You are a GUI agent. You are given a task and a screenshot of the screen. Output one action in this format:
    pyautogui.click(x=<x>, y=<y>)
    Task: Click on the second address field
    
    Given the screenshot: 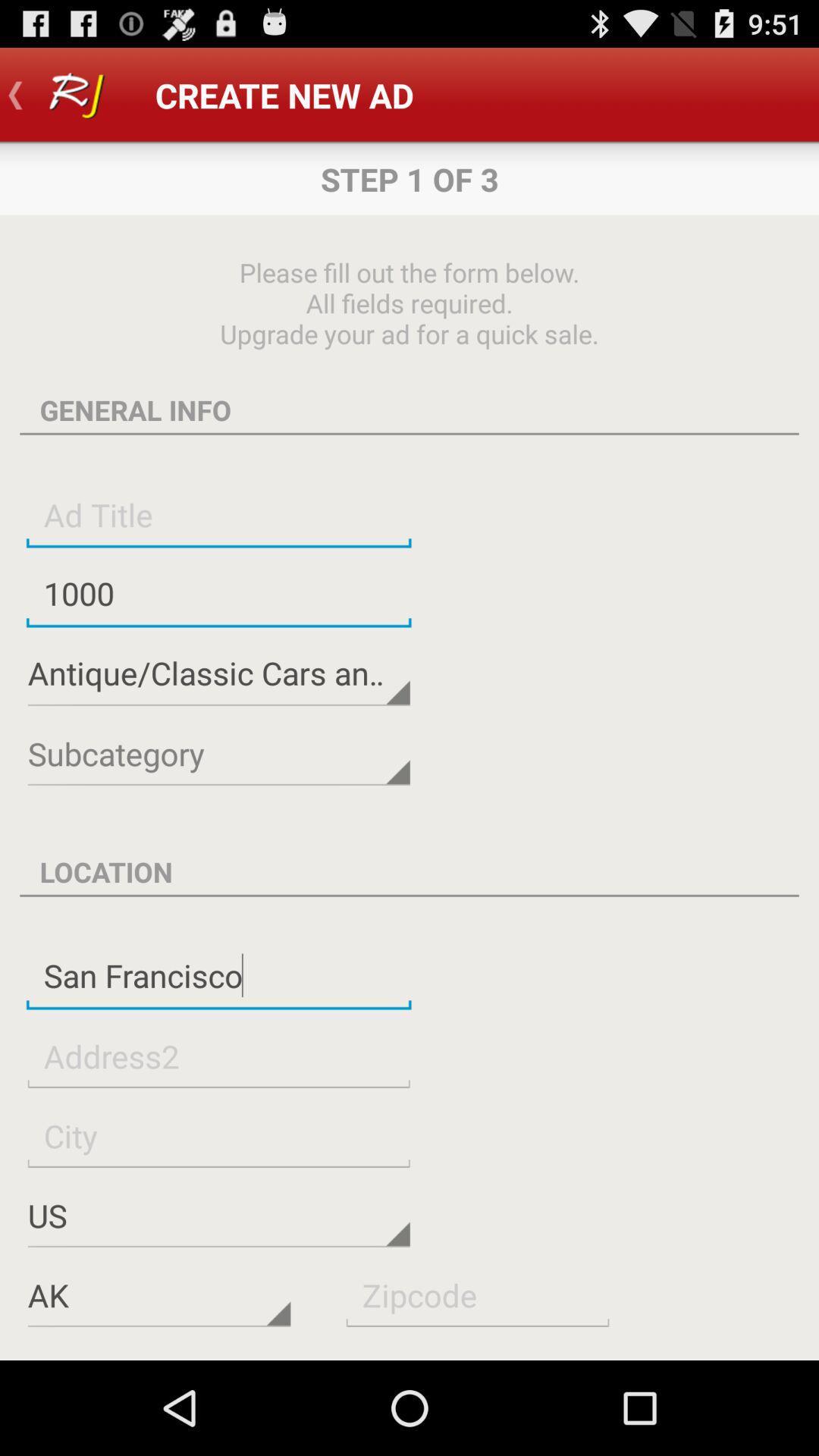 What is the action you would take?
    pyautogui.click(x=218, y=1055)
    